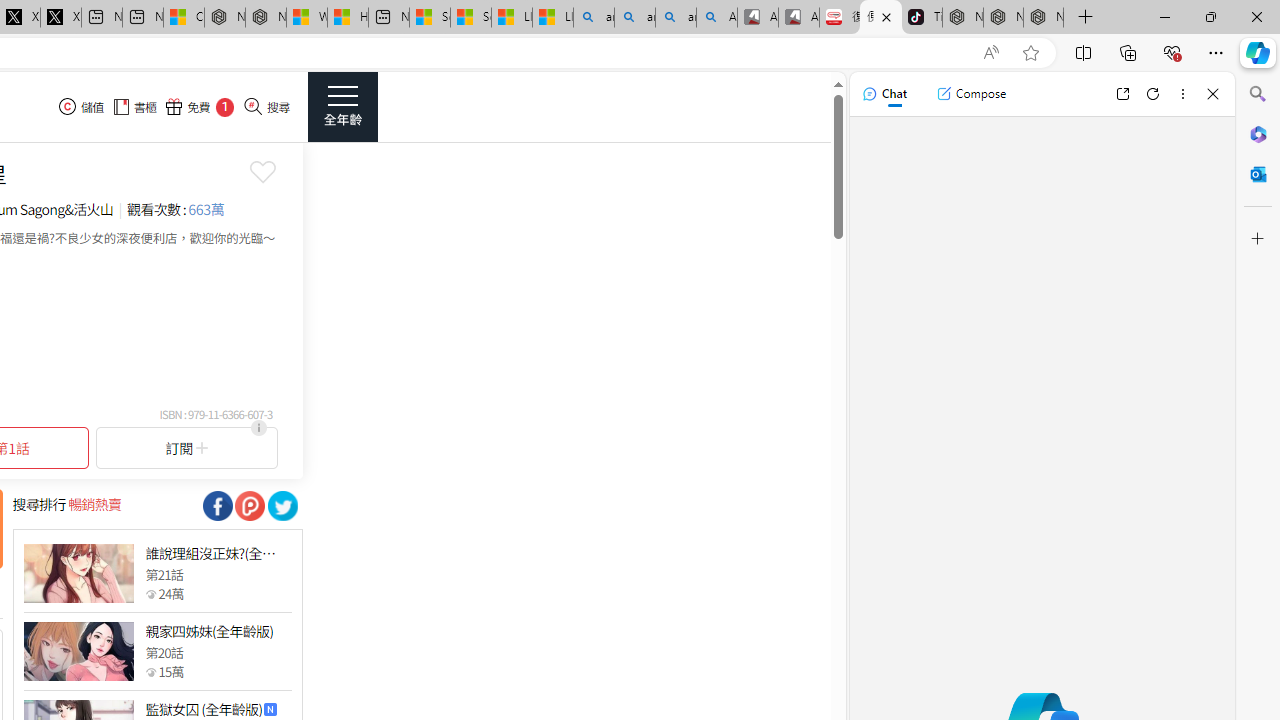  What do you see at coordinates (633, 17) in the screenshot?
I see `'amazon - Search'` at bounding box center [633, 17].